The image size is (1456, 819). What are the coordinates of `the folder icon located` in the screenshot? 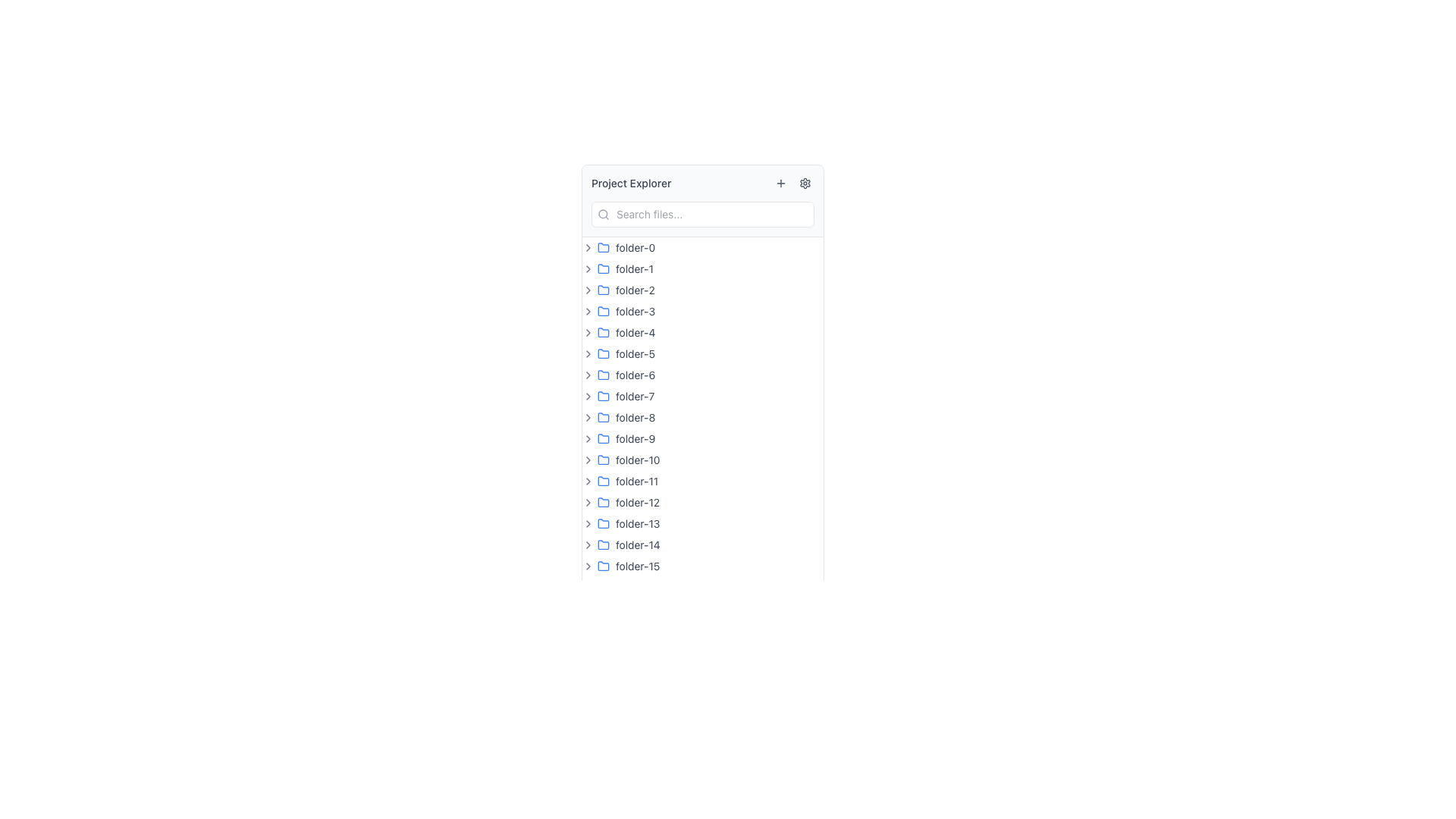 It's located at (603, 311).